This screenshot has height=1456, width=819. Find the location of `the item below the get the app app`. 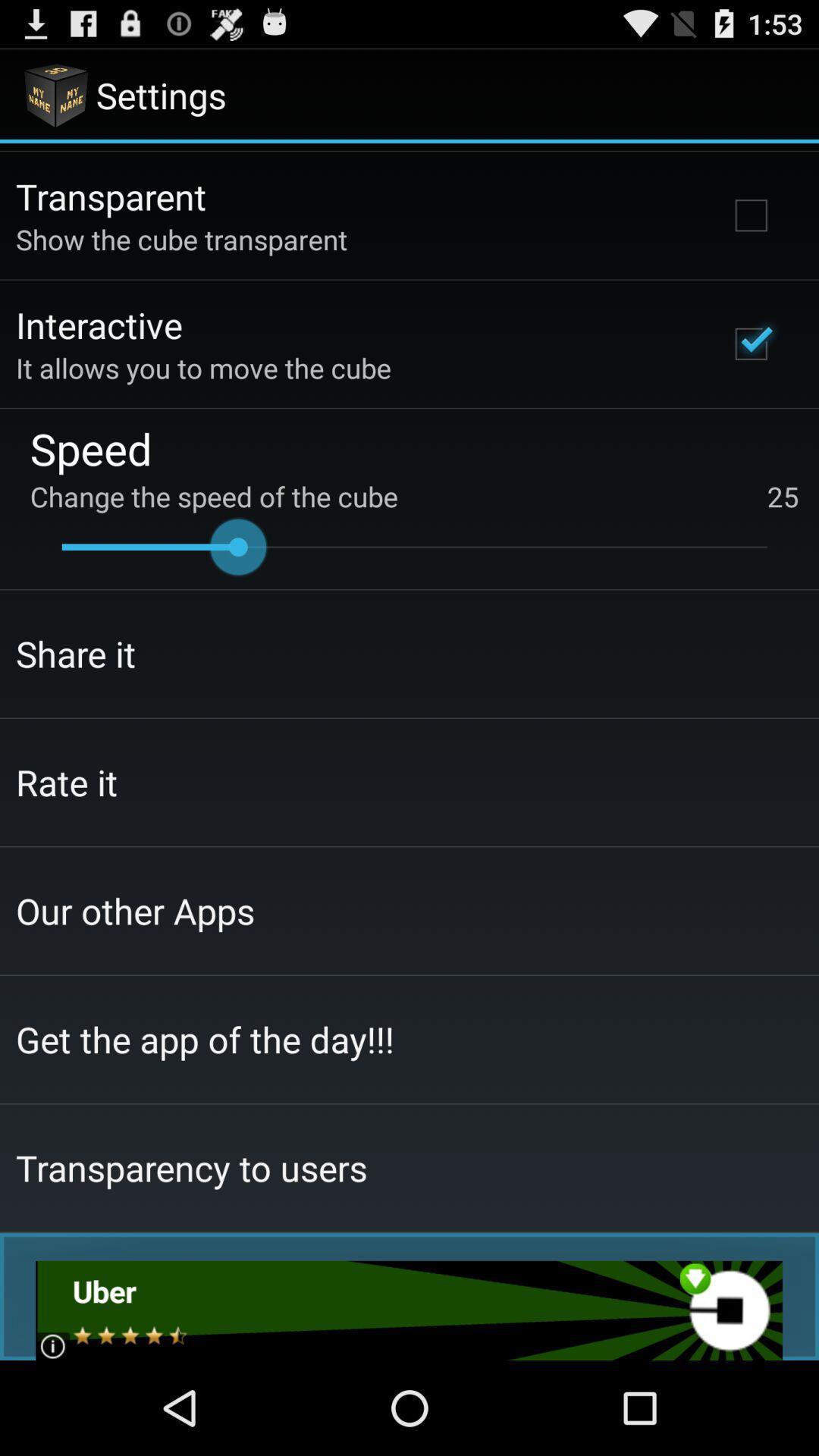

the item below the get the app app is located at coordinates (190, 1167).